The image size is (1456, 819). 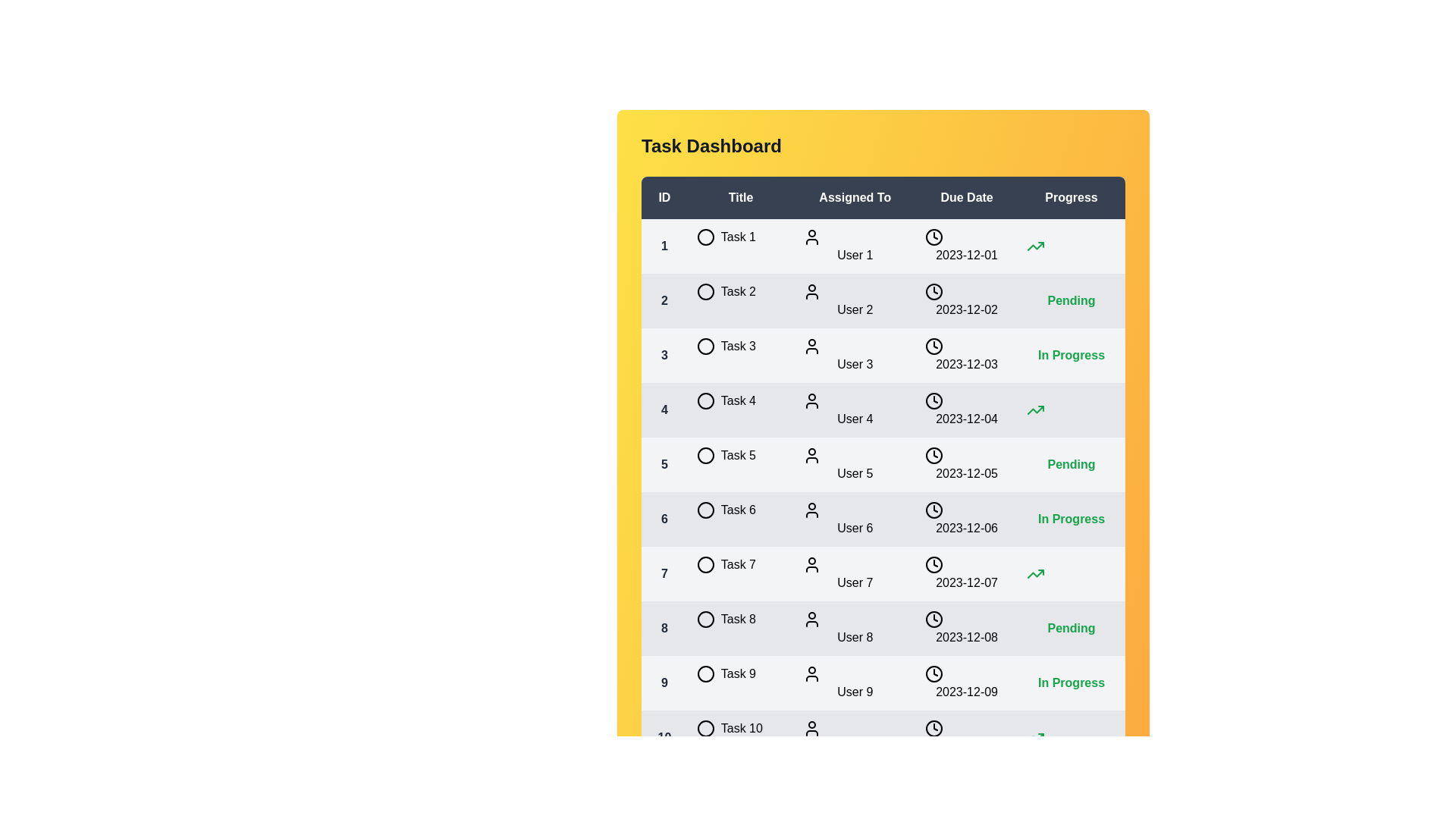 I want to click on the text of the task title to select it, so click(x=710, y=237).